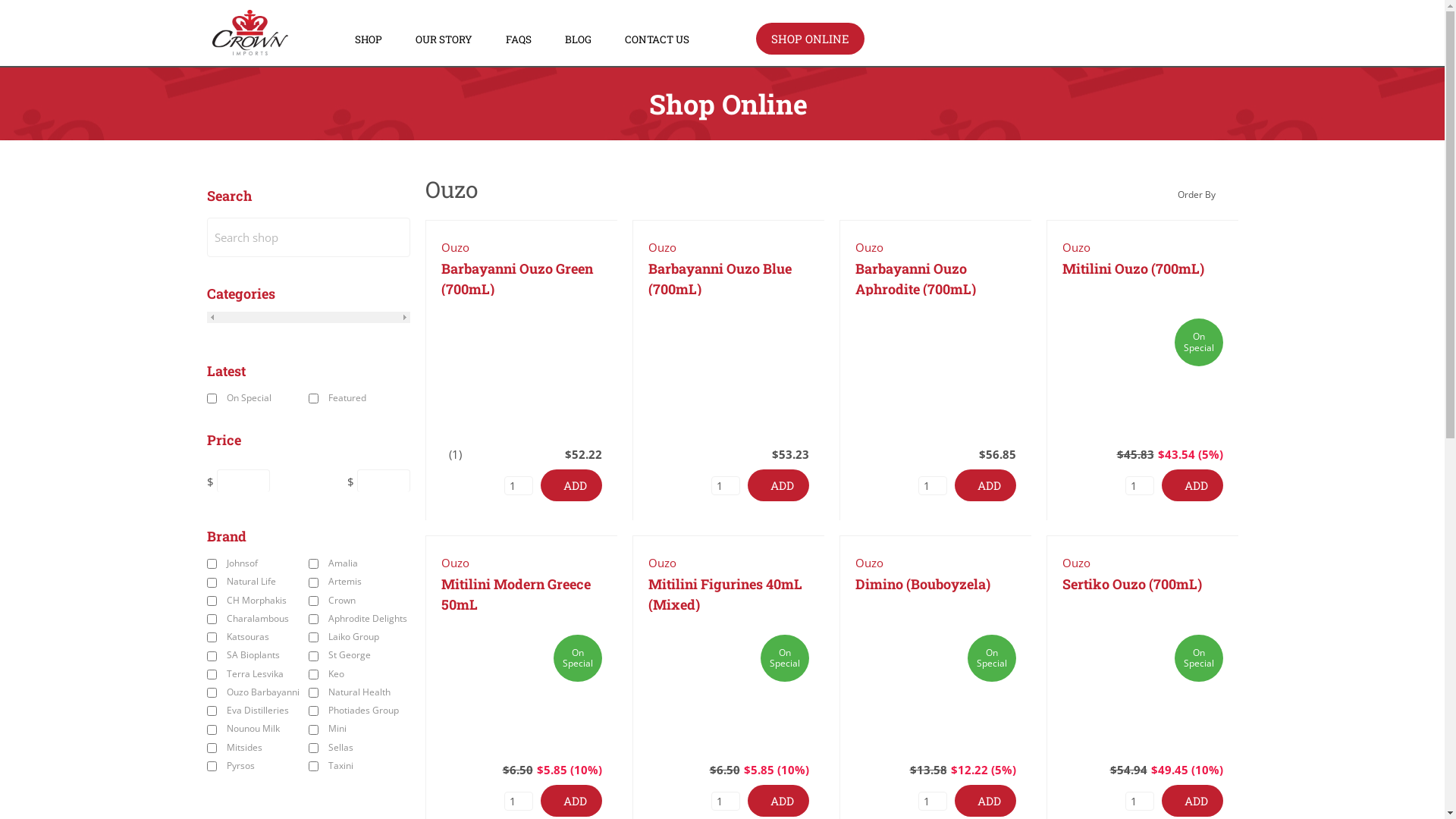 This screenshot has height=819, width=1456. I want to click on 'Crown Imports', so click(250, 49).